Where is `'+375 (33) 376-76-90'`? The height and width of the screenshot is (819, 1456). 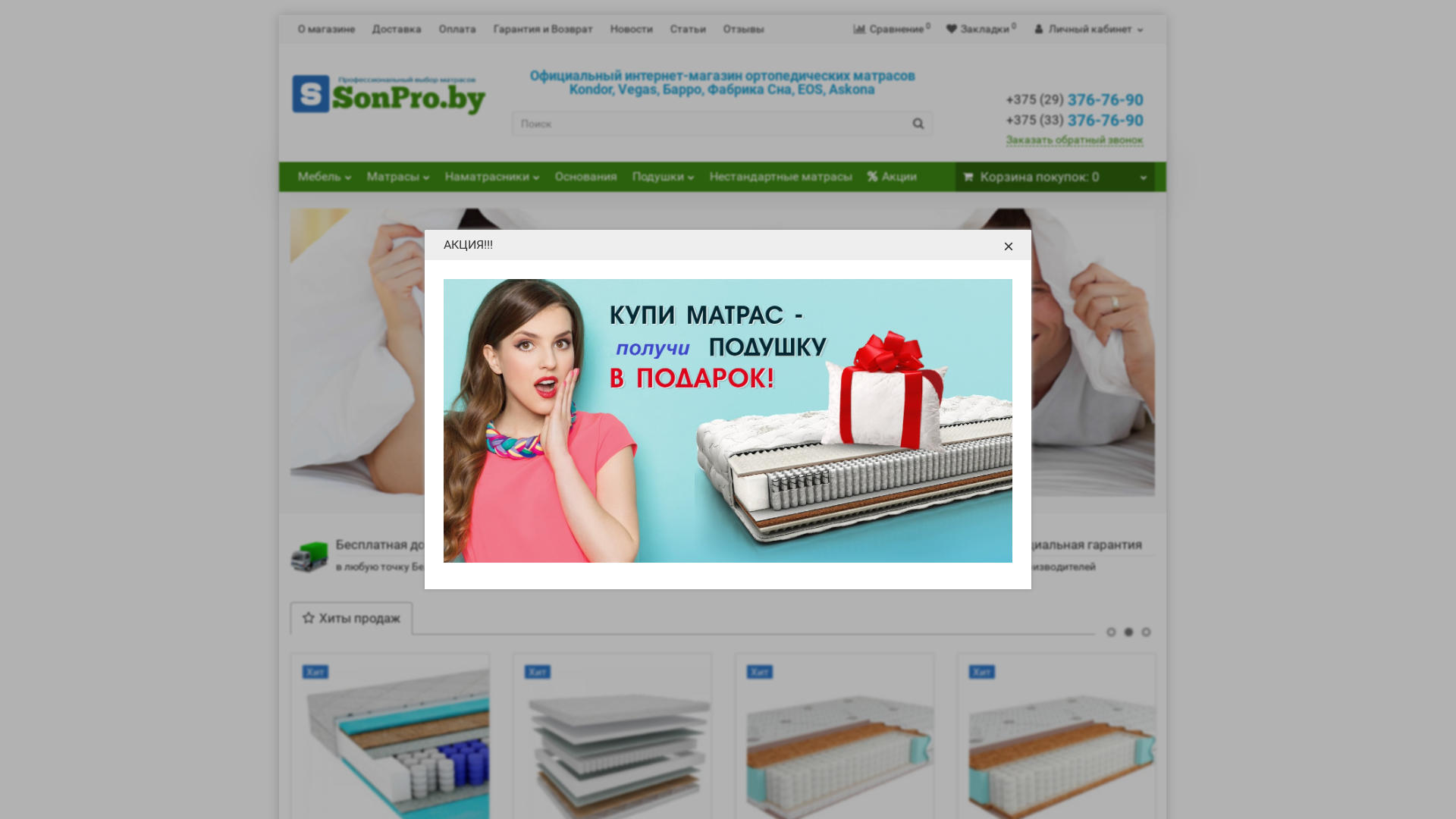
'+375 (33) 376-76-90' is located at coordinates (1073, 119).